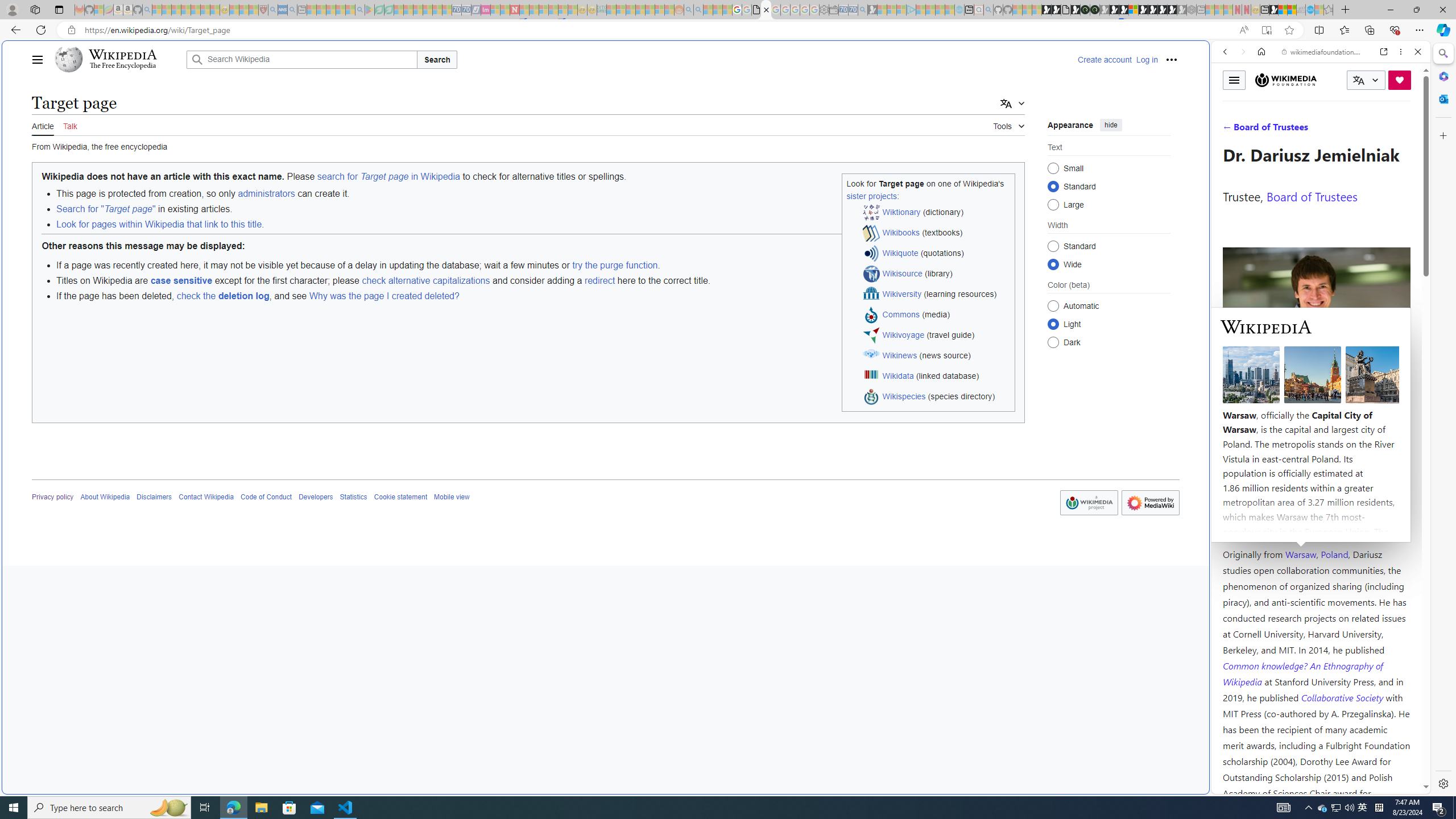  I want to click on 'Preferences', so click(1404, 129).